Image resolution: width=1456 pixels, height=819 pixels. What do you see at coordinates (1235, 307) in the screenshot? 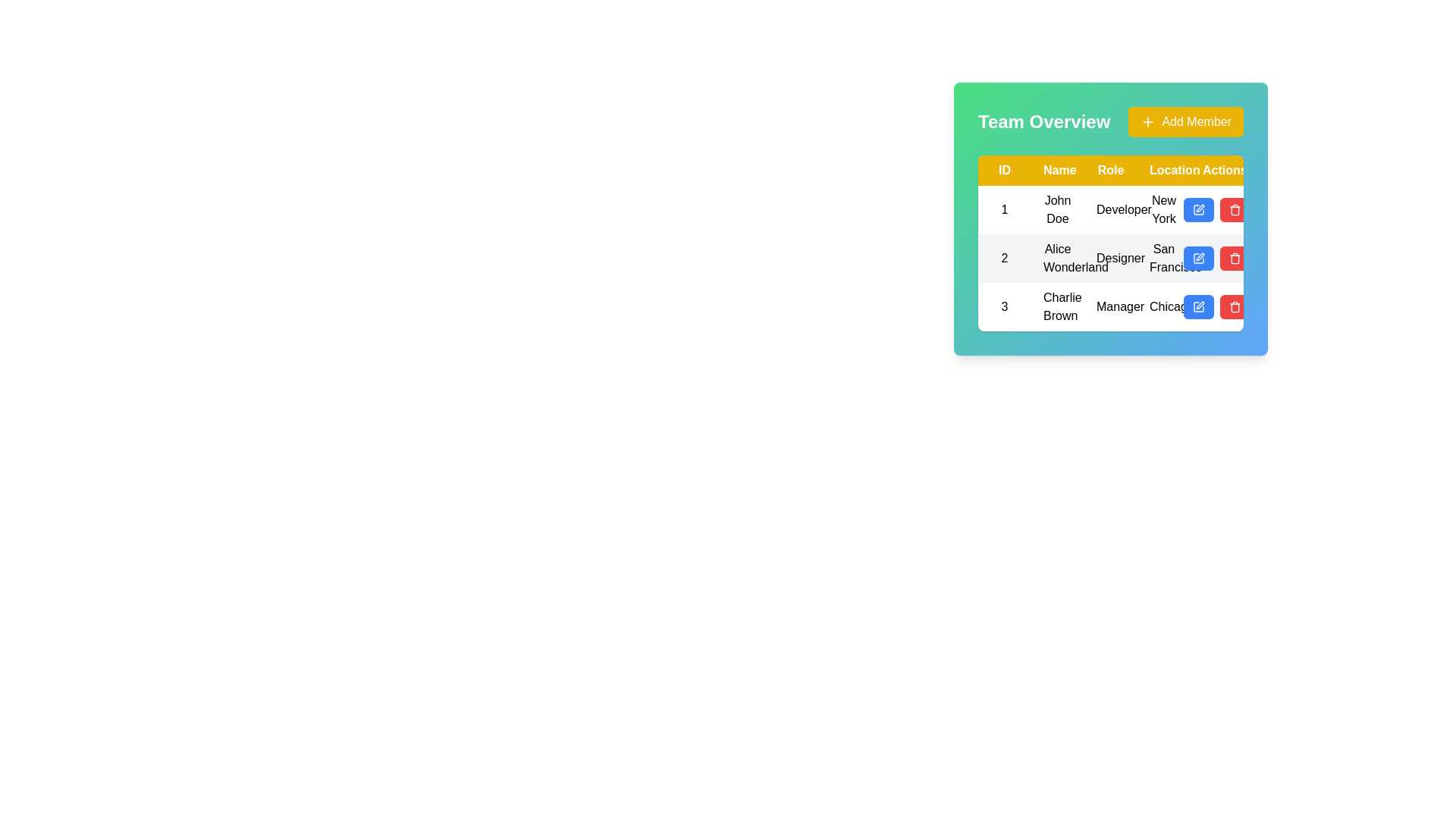
I see `the trash can icon with a red background located in the 'Actions' column of the third row in the table` at bounding box center [1235, 307].